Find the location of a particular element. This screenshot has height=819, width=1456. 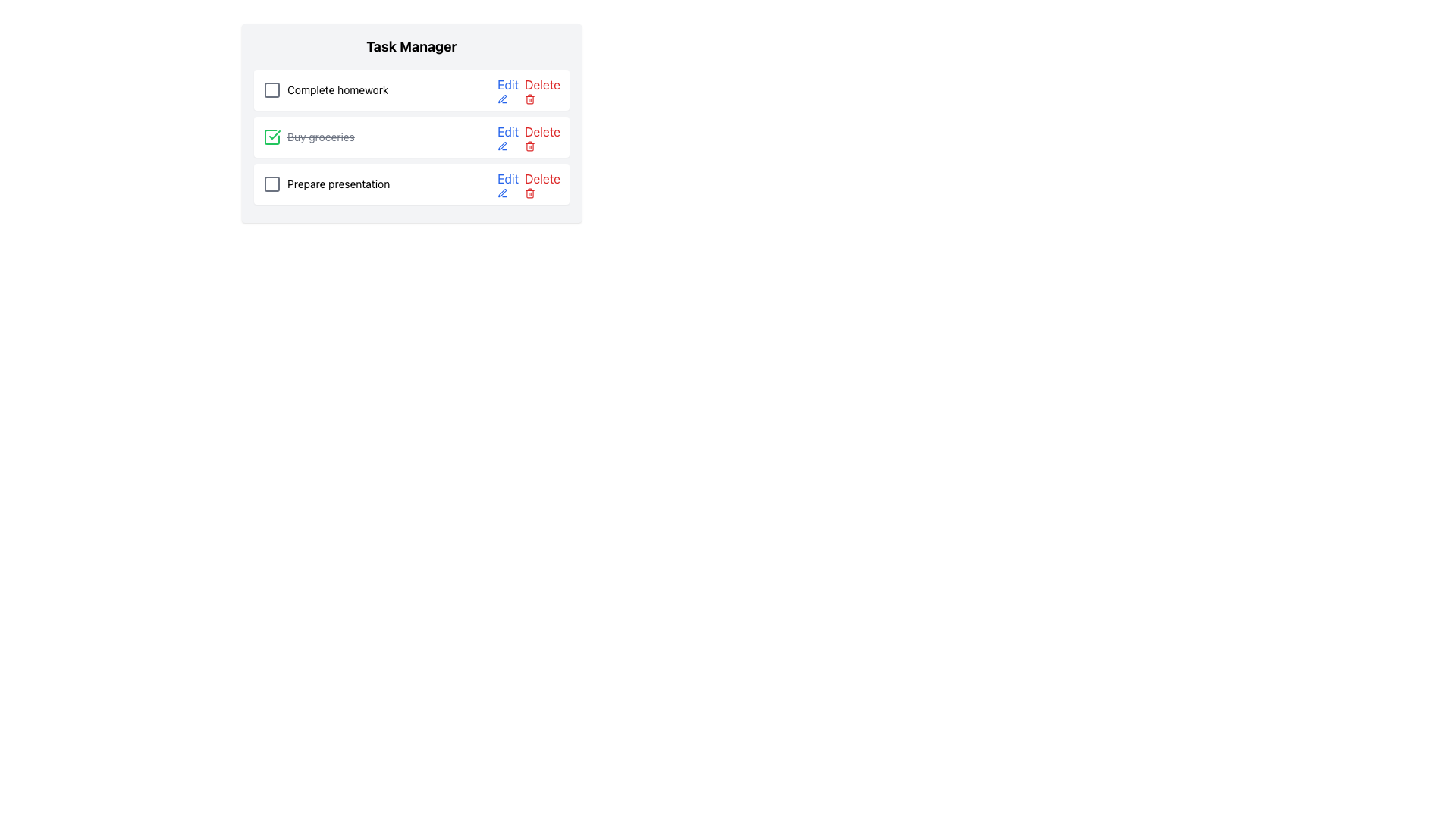

the 'Delete' link that is positioned to the far right of the 'Complete homework' task description in the task list is located at coordinates (529, 90).